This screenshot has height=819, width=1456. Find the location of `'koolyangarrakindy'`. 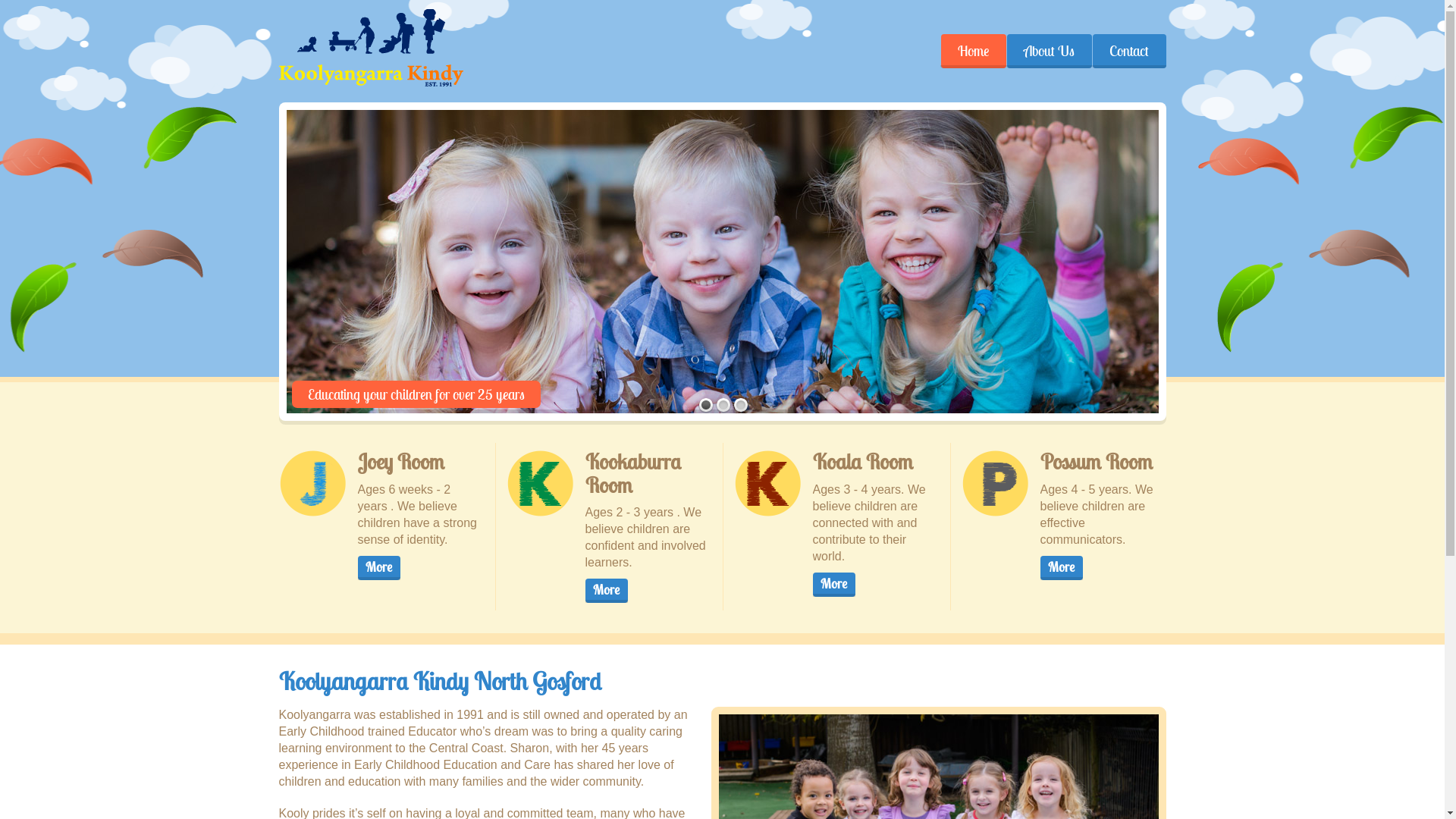

'koolyangarrakindy' is located at coordinates (371, 46).